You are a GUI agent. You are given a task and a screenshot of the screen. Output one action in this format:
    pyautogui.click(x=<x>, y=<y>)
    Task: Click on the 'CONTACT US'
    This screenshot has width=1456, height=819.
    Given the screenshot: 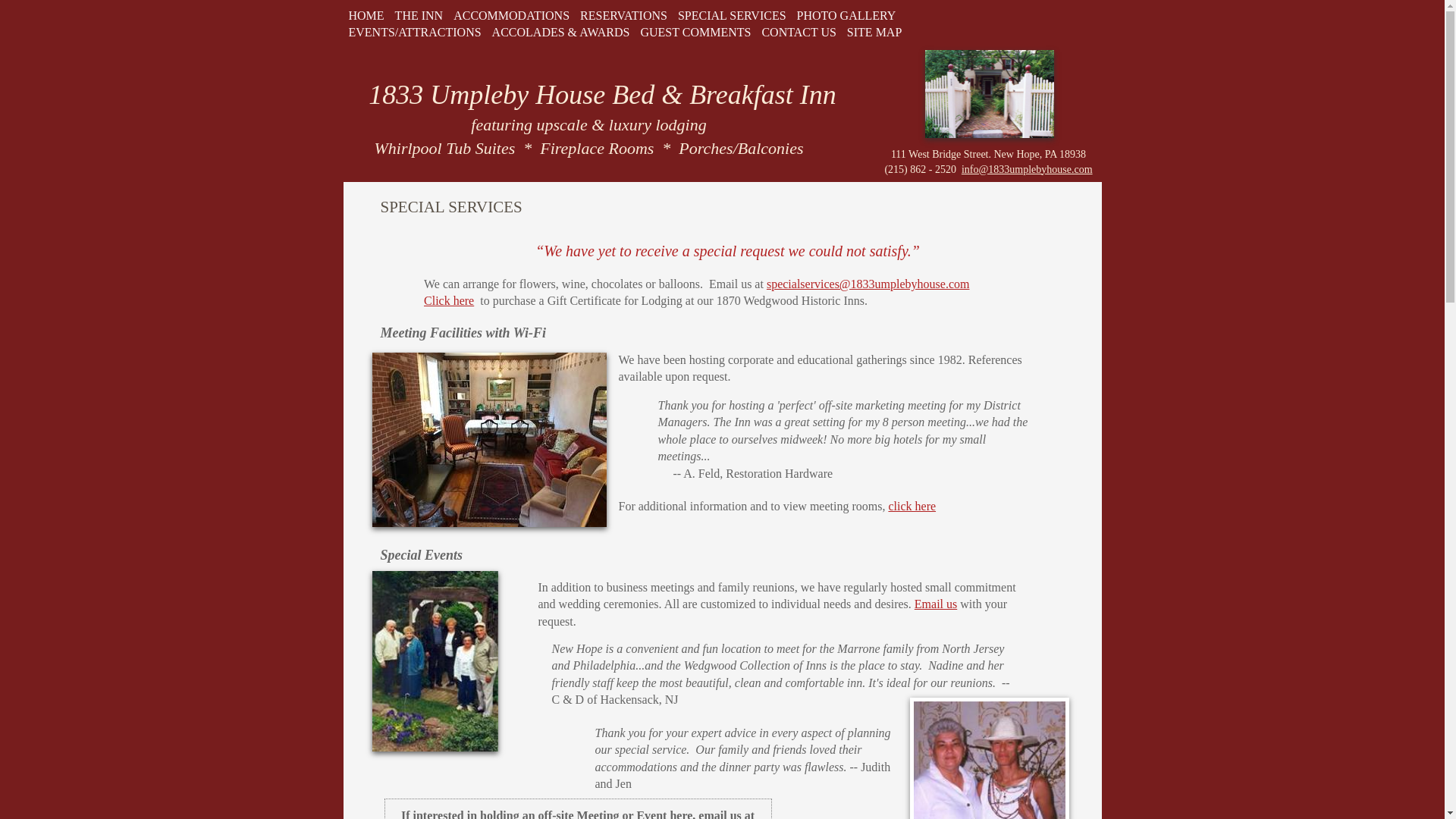 What is the action you would take?
    pyautogui.click(x=797, y=32)
    